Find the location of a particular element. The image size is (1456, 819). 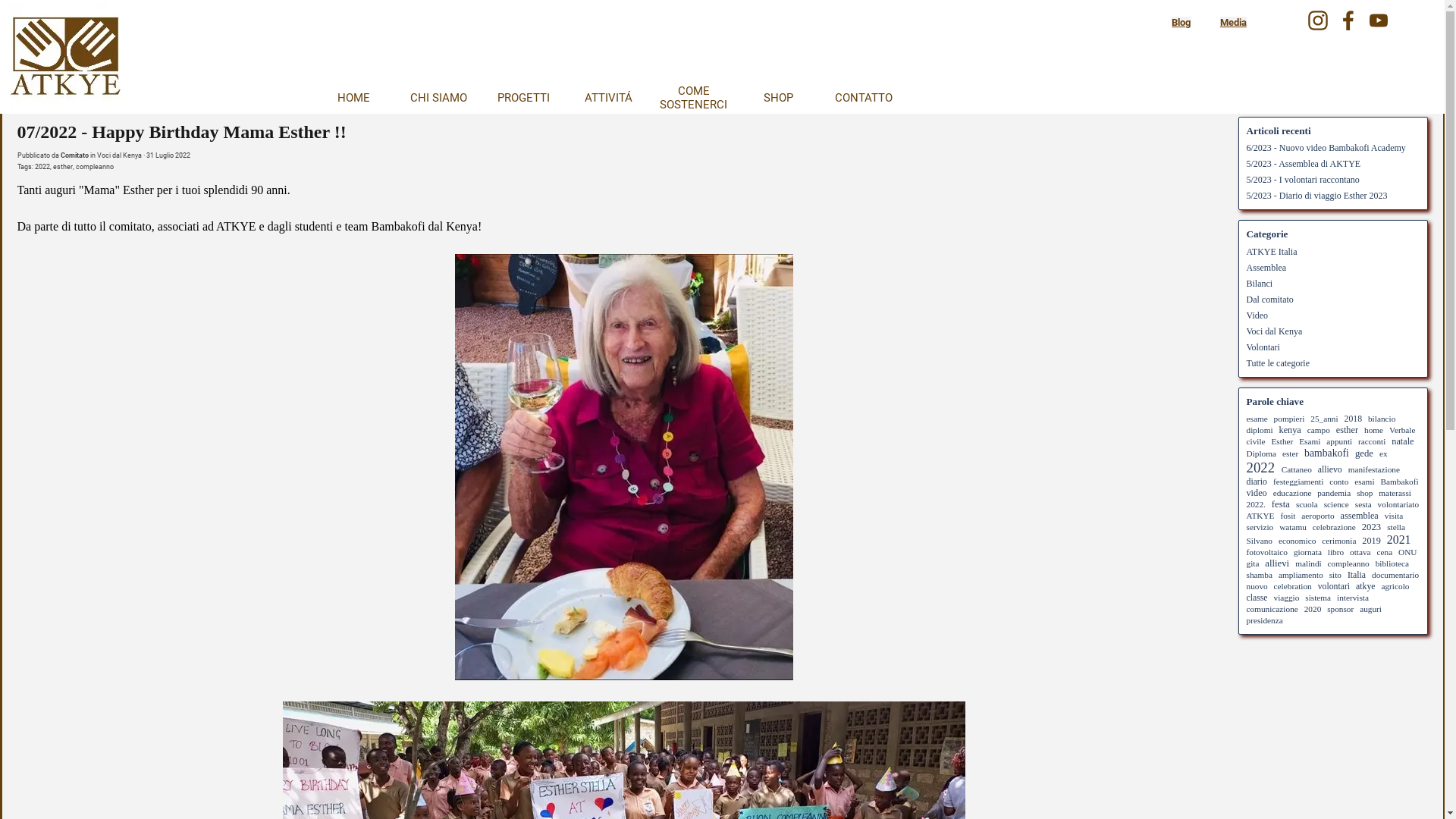

'2020' is located at coordinates (1312, 607).